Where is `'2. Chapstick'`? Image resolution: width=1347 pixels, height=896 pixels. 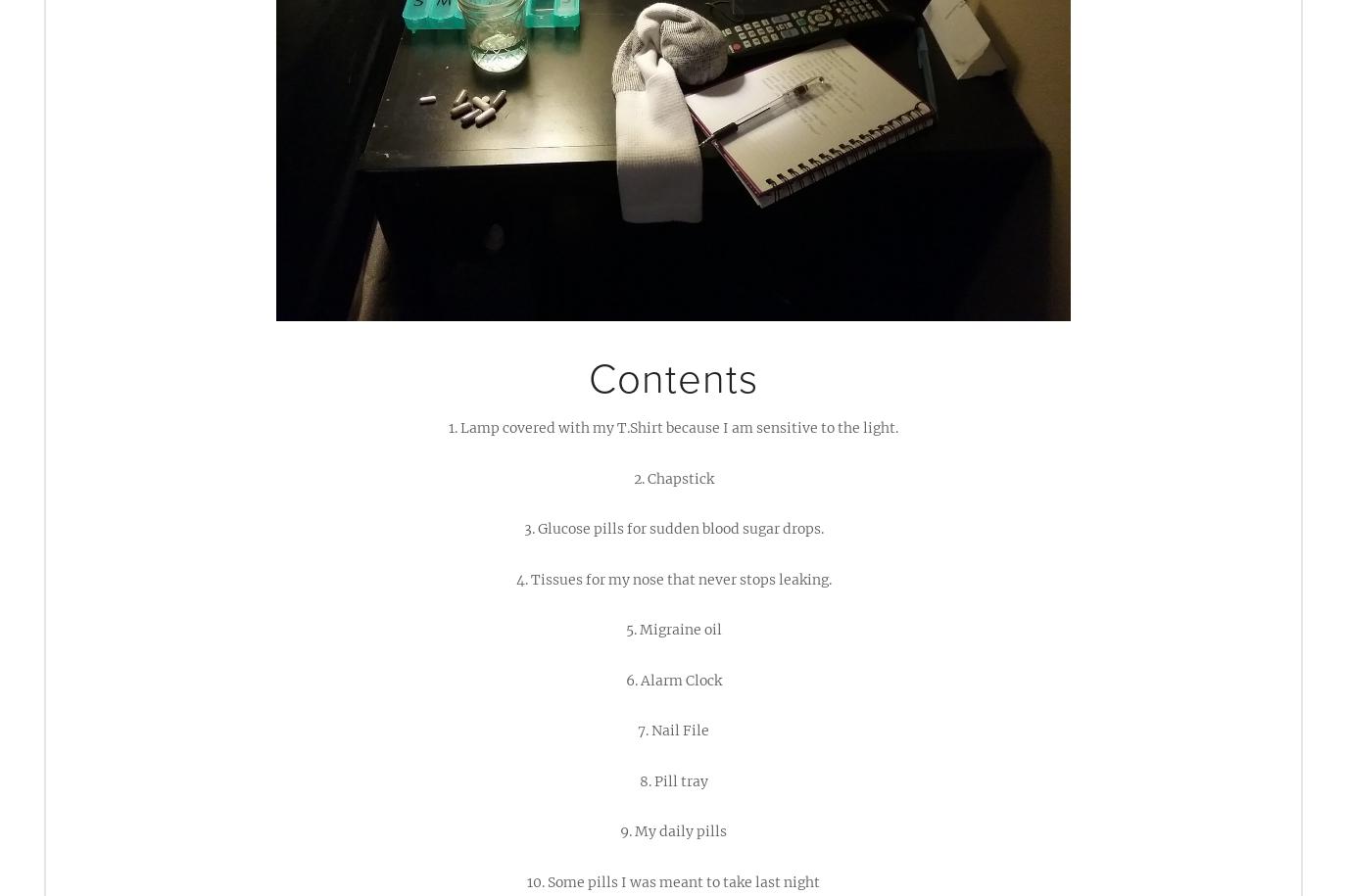 '2. Chapstick' is located at coordinates (671, 476).